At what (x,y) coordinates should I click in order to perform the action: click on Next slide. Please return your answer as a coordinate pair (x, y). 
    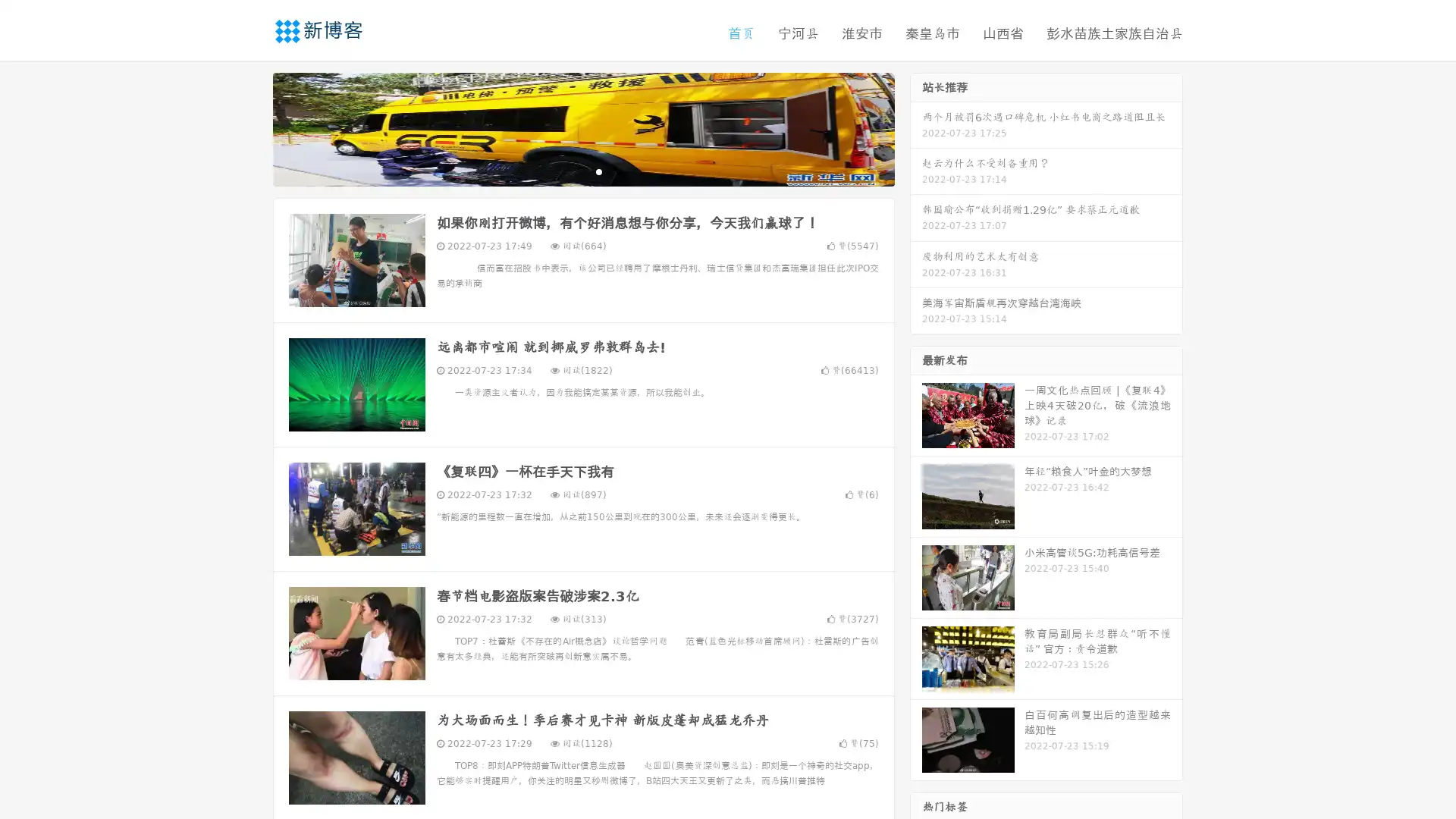
    Looking at the image, I should click on (916, 127).